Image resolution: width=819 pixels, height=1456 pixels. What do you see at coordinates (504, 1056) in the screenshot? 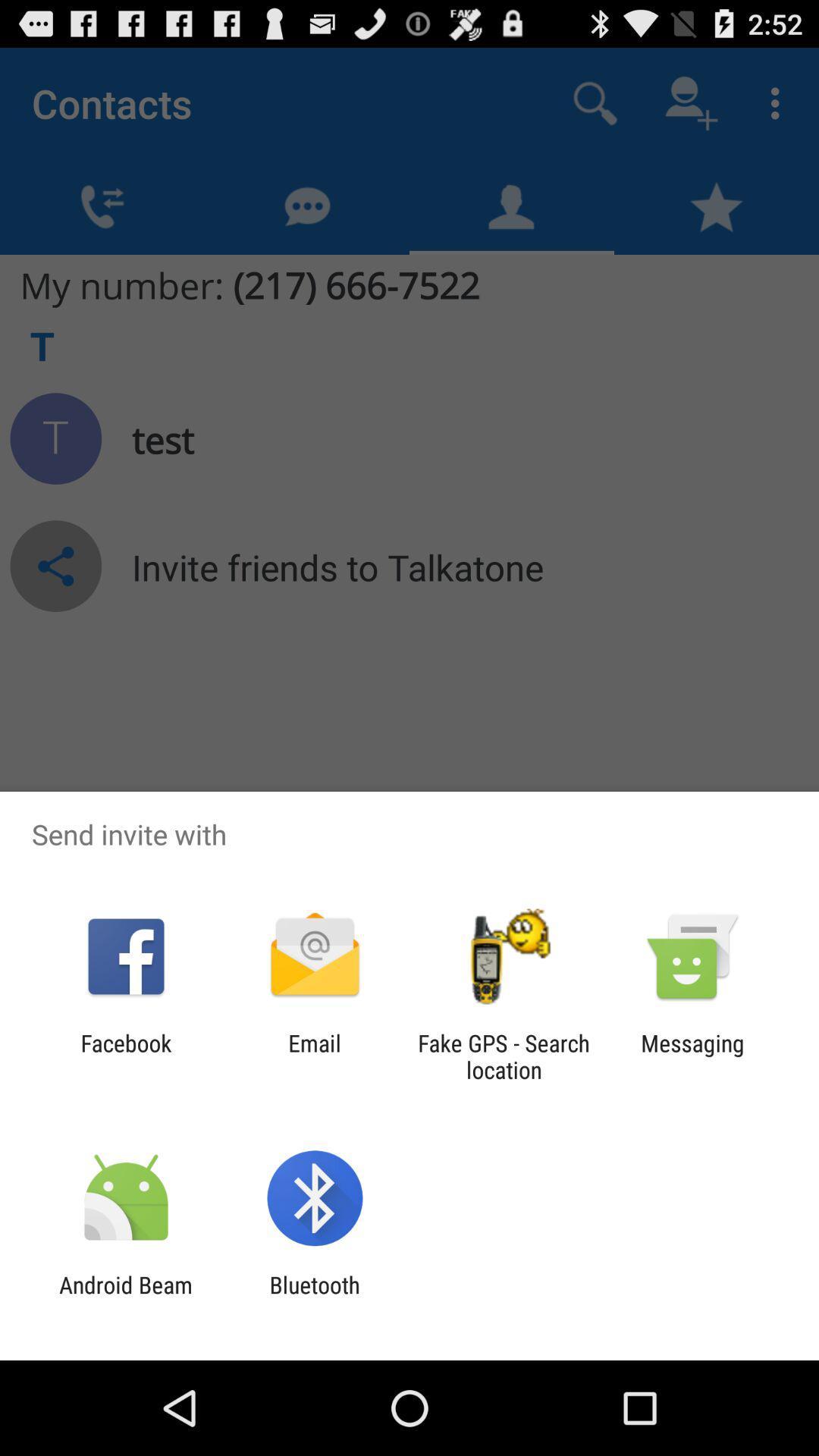
I see `app next to messaging app` at bounding box center [504, 1056].